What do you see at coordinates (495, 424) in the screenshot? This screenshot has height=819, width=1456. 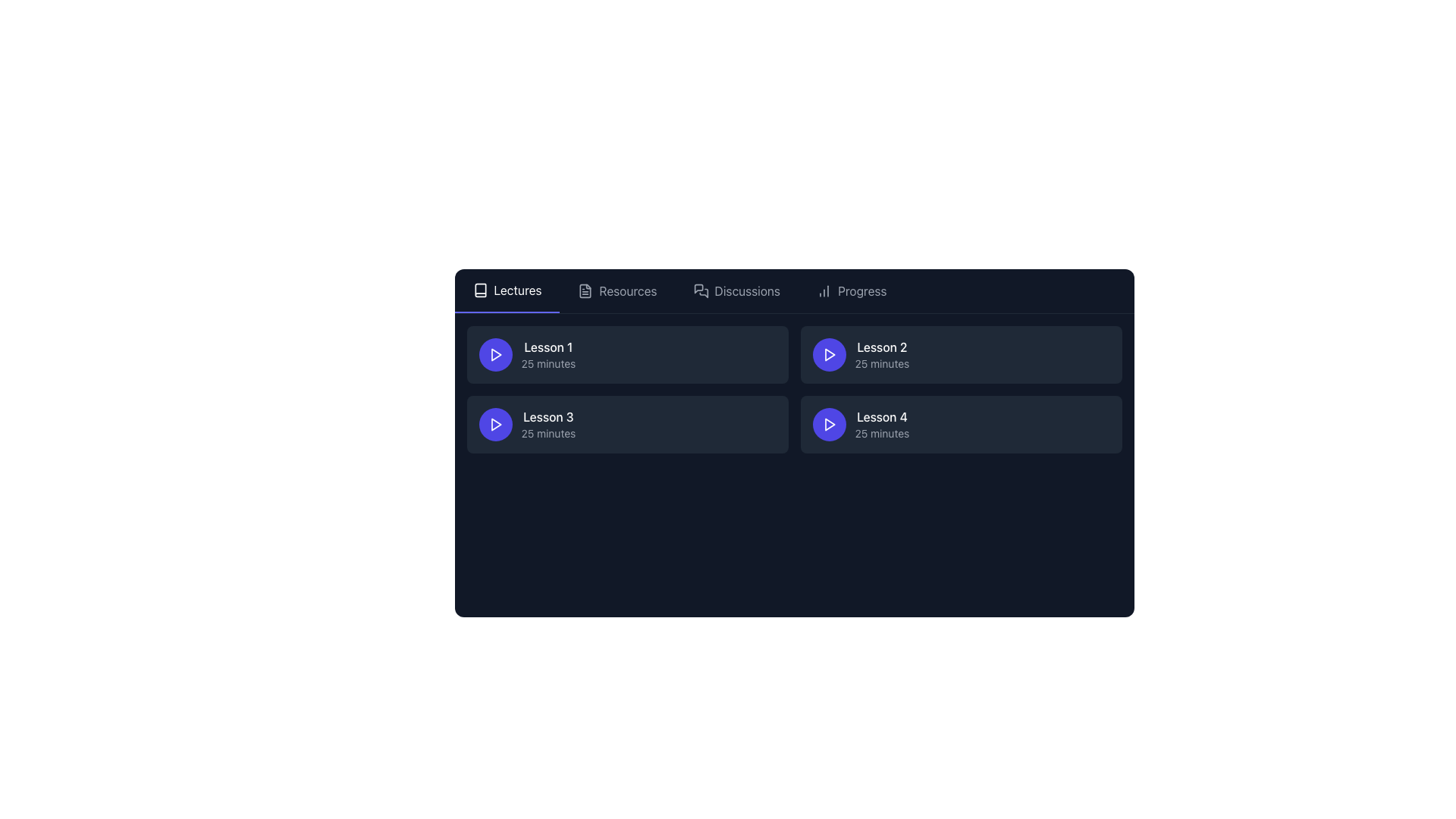 I see `the triangular play icon button with a white outline inside an indigo circular background, located next to the text description of 'Lesson 3' in the third row` at bounding box center [495, 424].